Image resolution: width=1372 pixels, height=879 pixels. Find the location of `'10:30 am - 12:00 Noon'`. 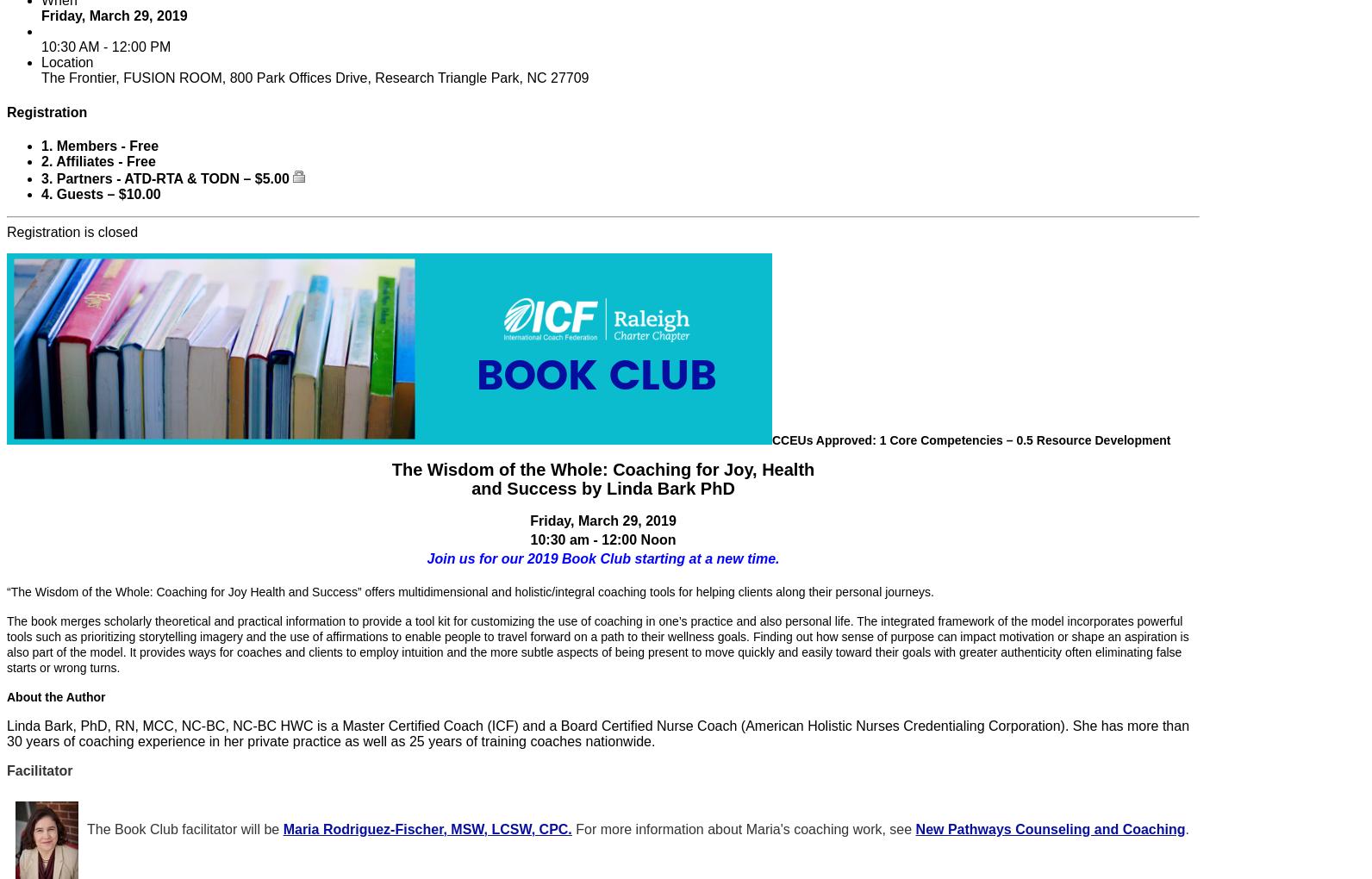

'10:30 am - 12:00 Noon' is located at coordinates (528, 538).